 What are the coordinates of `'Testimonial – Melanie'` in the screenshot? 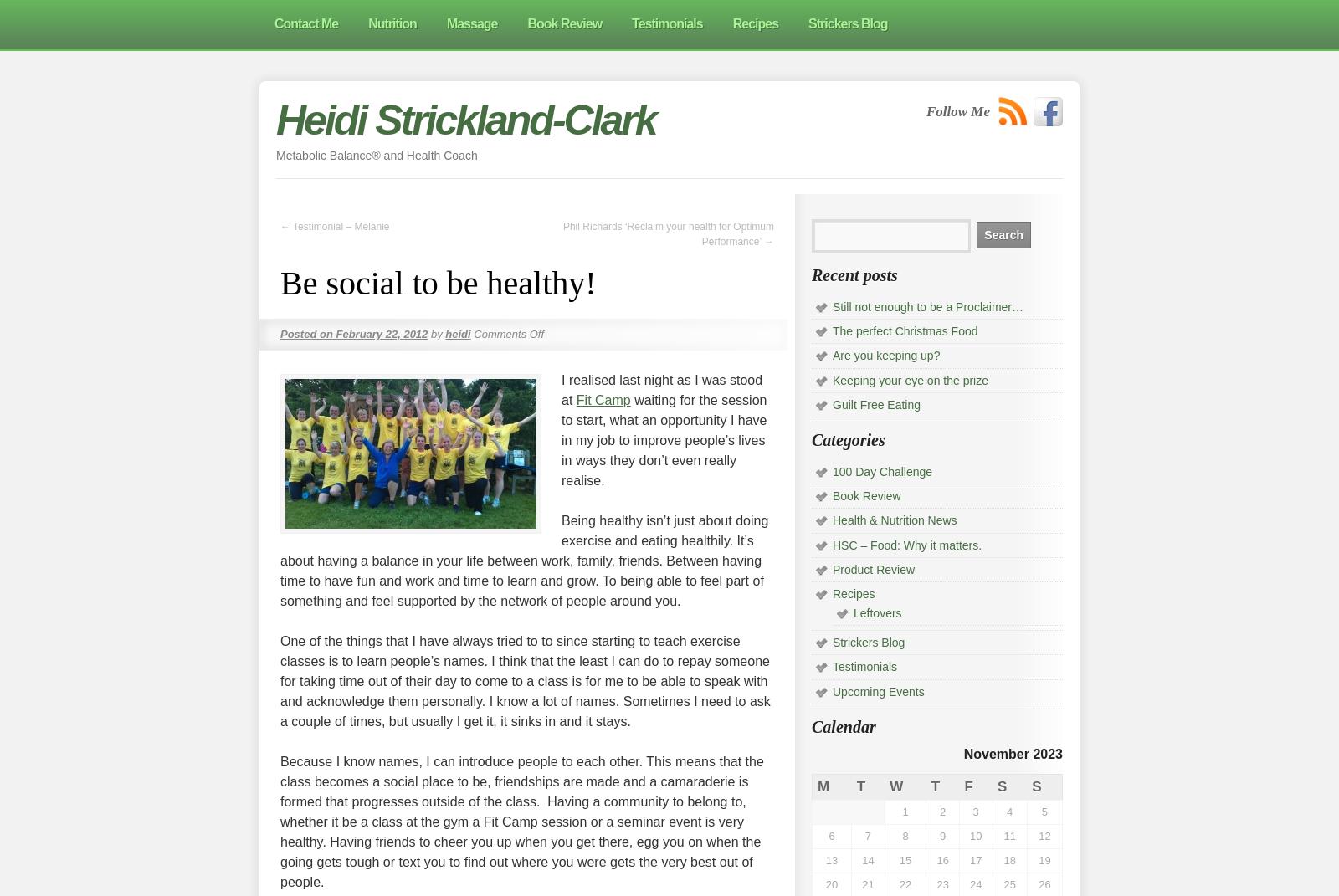 It's located at (339, 226).